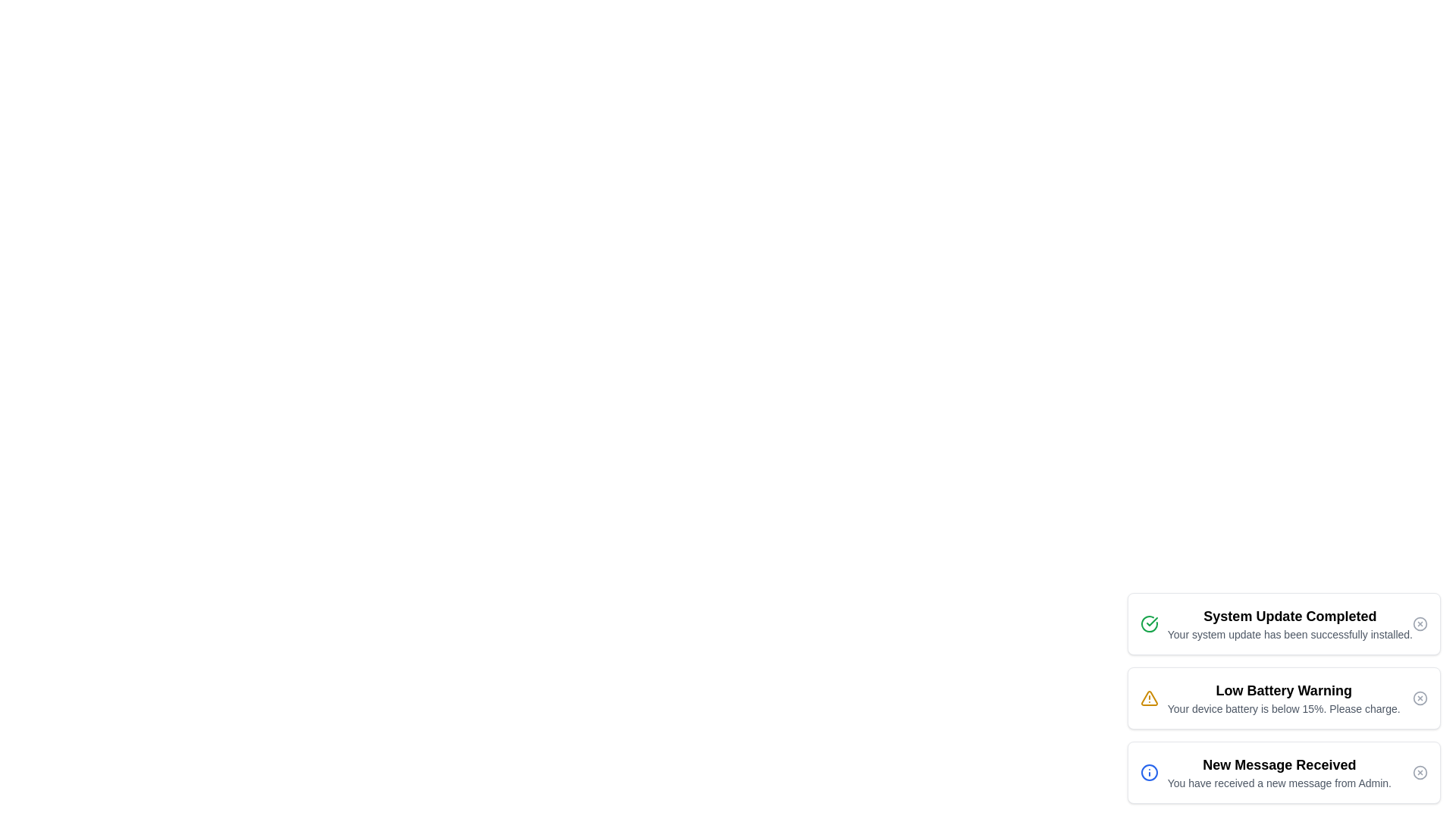 The image size is (1456, 819). Describe the element at coordinates (1289, 635) in the screenshot. I see `informational text that states 'Your system update has been successfully installed.' located below the heading 'System Update Completed.'` at that location.